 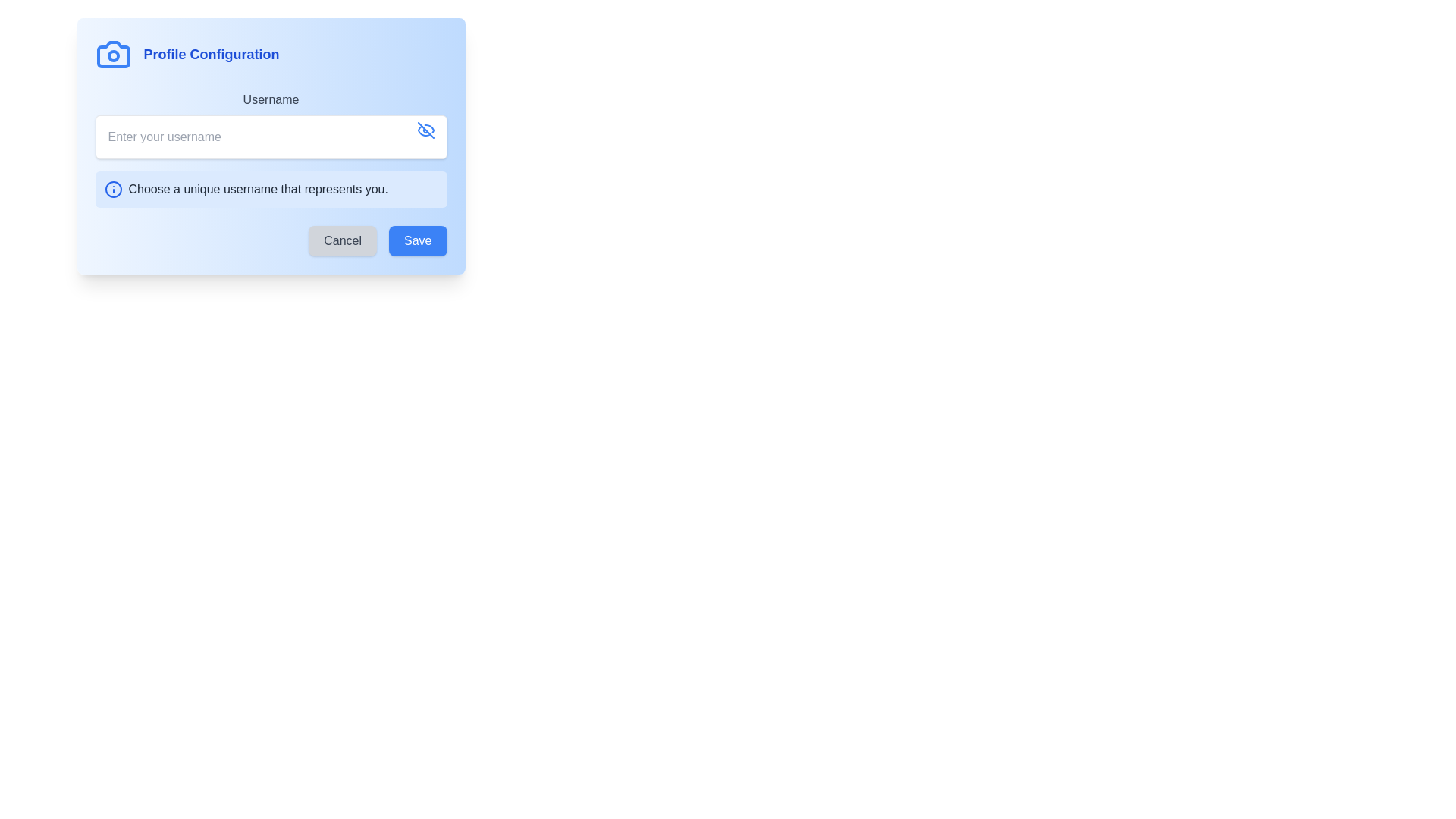 What do you see at coordinates (425, 130) in the screenshot?
I see `the hidden eye icon located at the far right of the username input field` at bounding box center [425, 130].